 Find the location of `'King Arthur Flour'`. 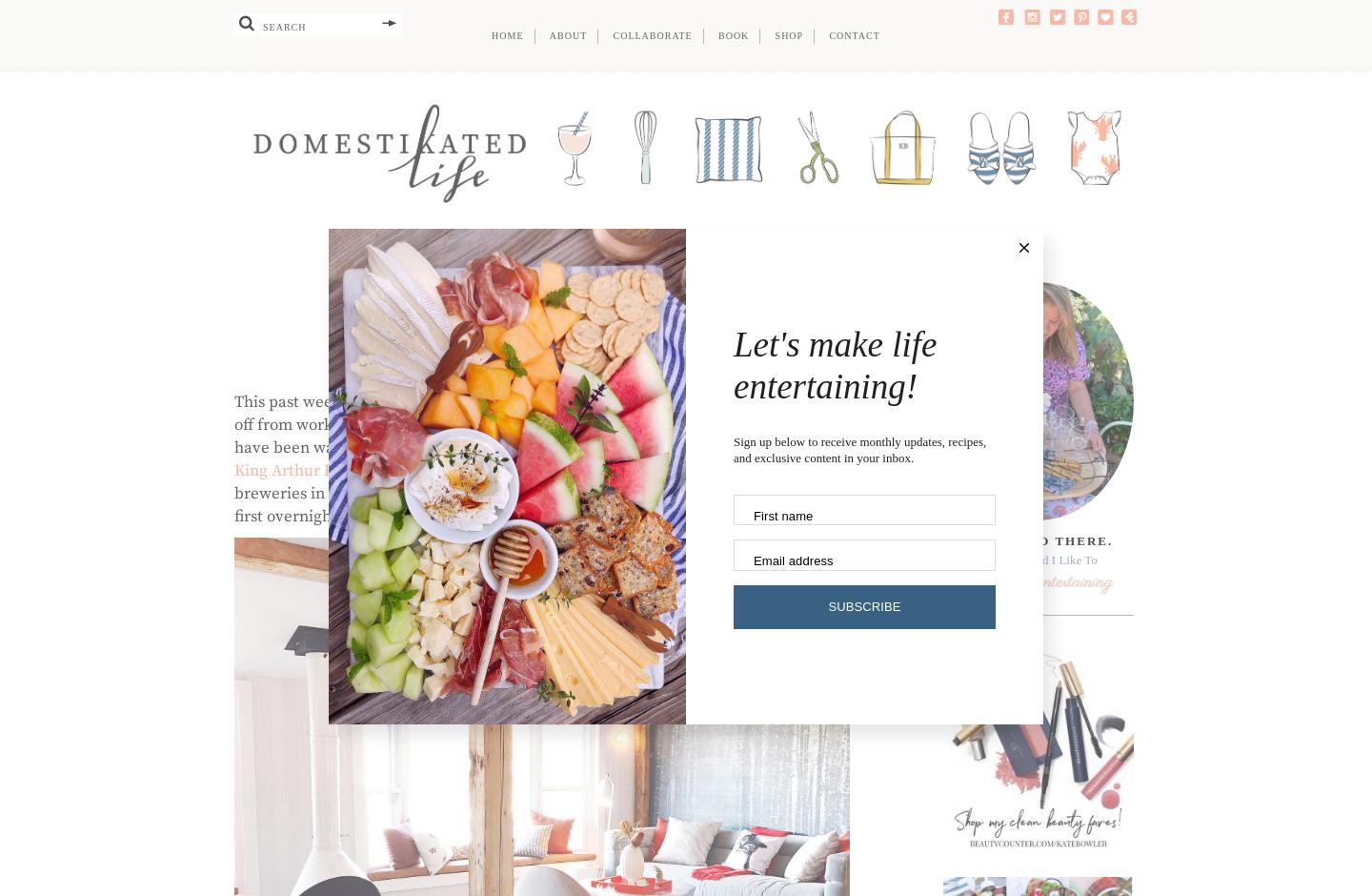

'King Arthur Flour' is located at coordinates (298, 470).